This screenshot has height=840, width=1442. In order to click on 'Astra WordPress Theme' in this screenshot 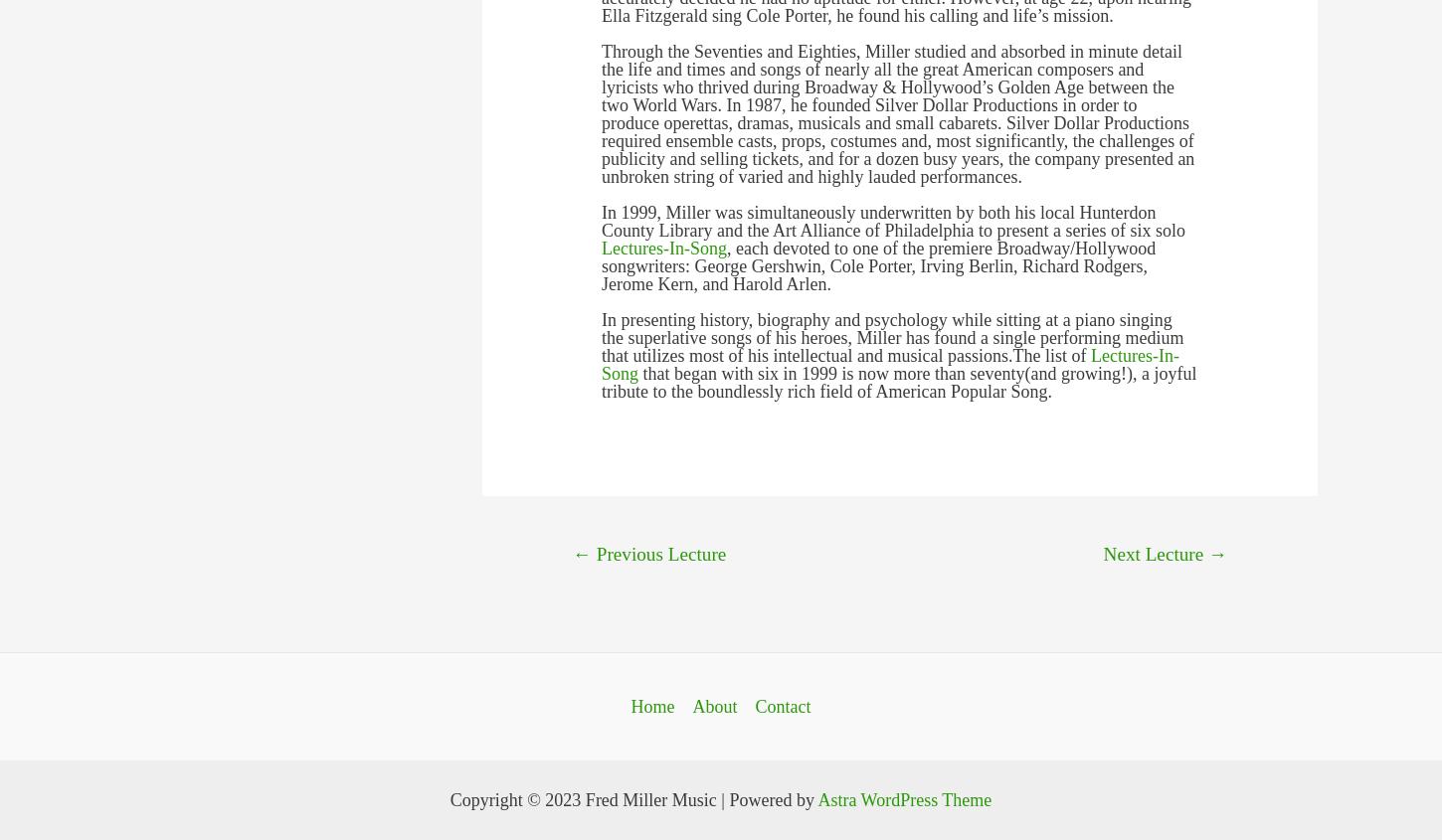, I will do `click(903, 800)`.